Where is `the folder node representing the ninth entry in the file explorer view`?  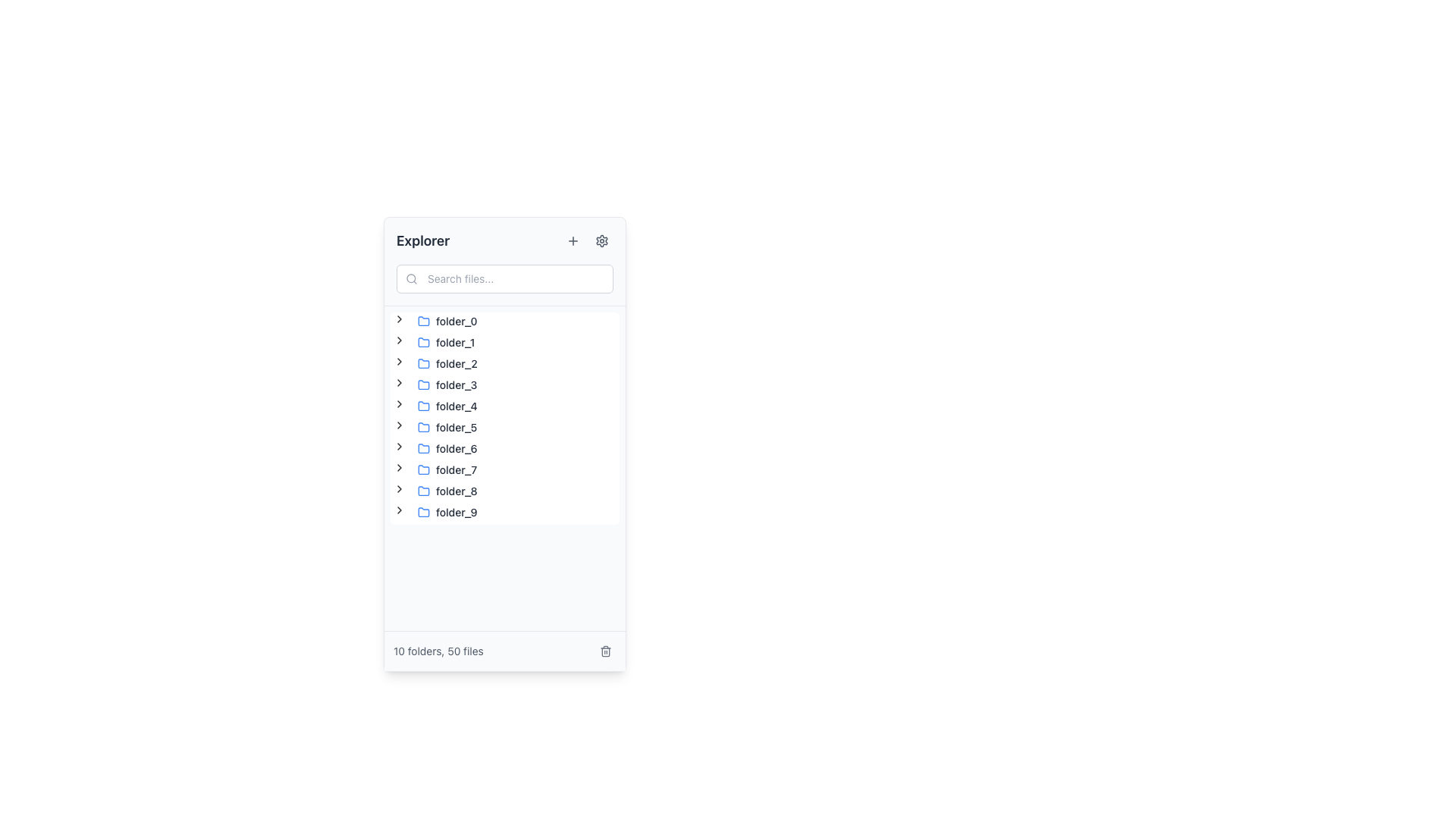
the folder node representing the ninth entry in the file explorer view is located at coordinates (436, 491).